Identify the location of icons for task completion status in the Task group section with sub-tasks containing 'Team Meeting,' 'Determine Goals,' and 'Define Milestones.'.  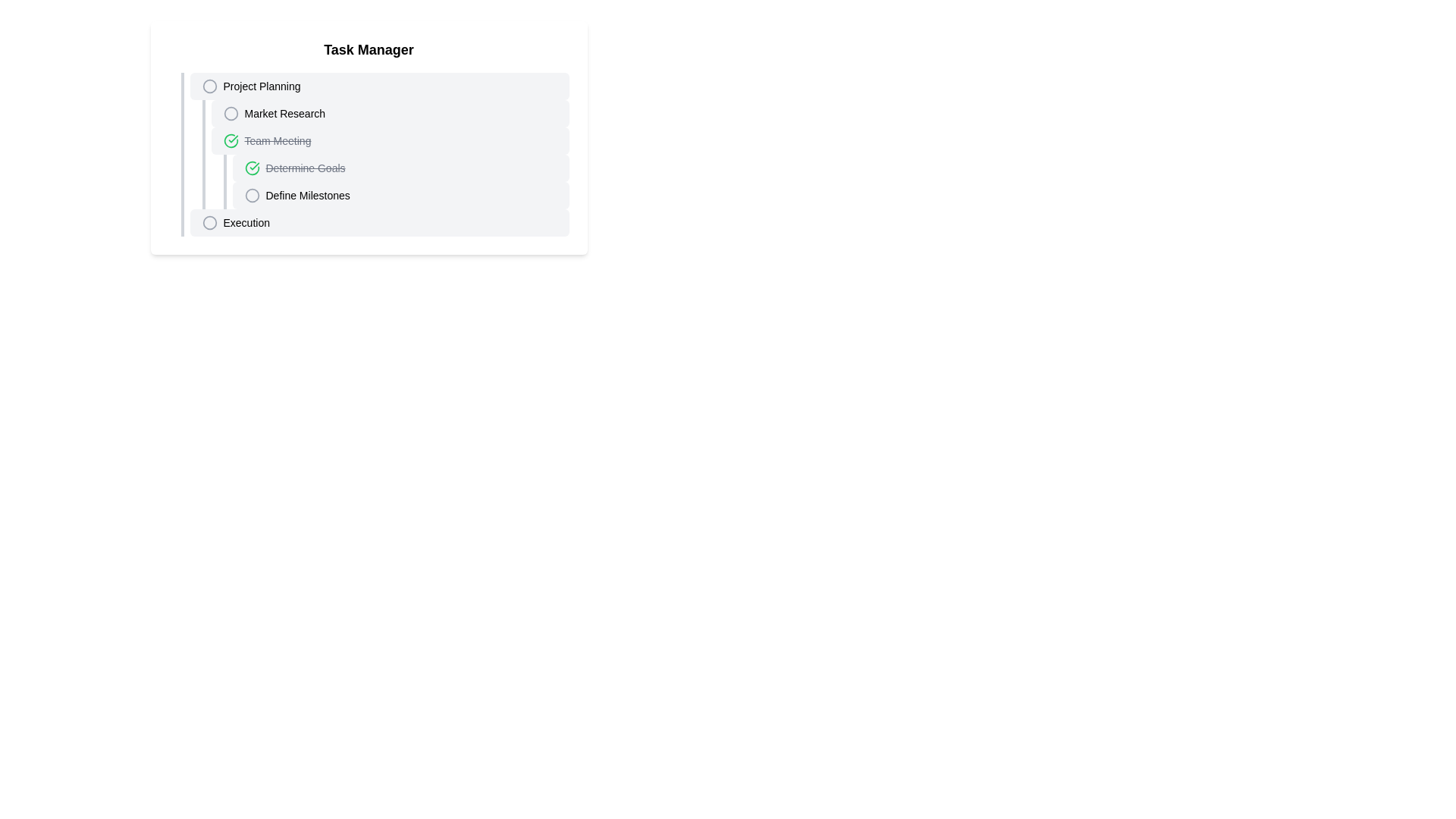
(385, 168).